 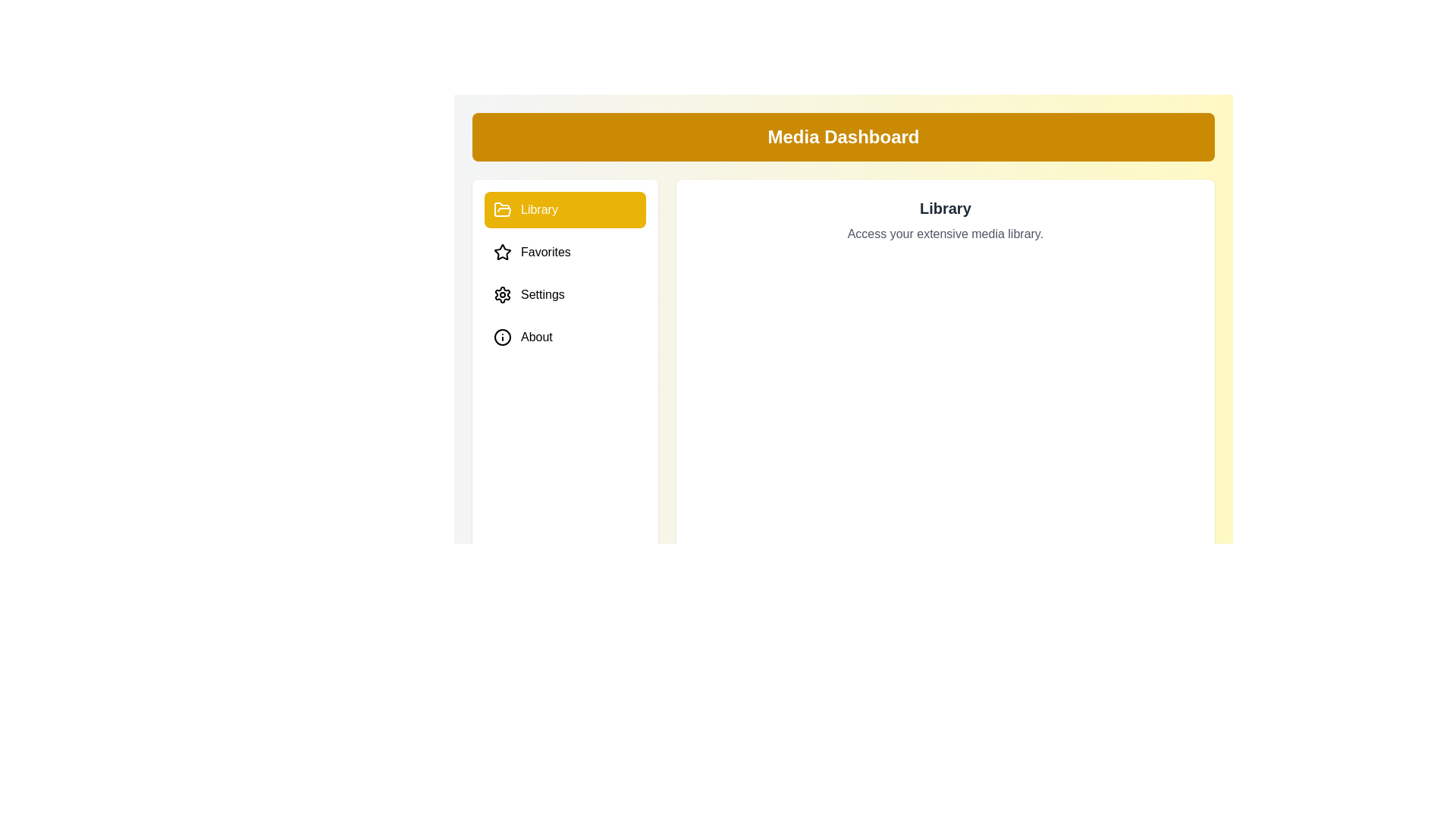 I want to click on the About tab to preview its hover effect, so click(x=564, y=336).